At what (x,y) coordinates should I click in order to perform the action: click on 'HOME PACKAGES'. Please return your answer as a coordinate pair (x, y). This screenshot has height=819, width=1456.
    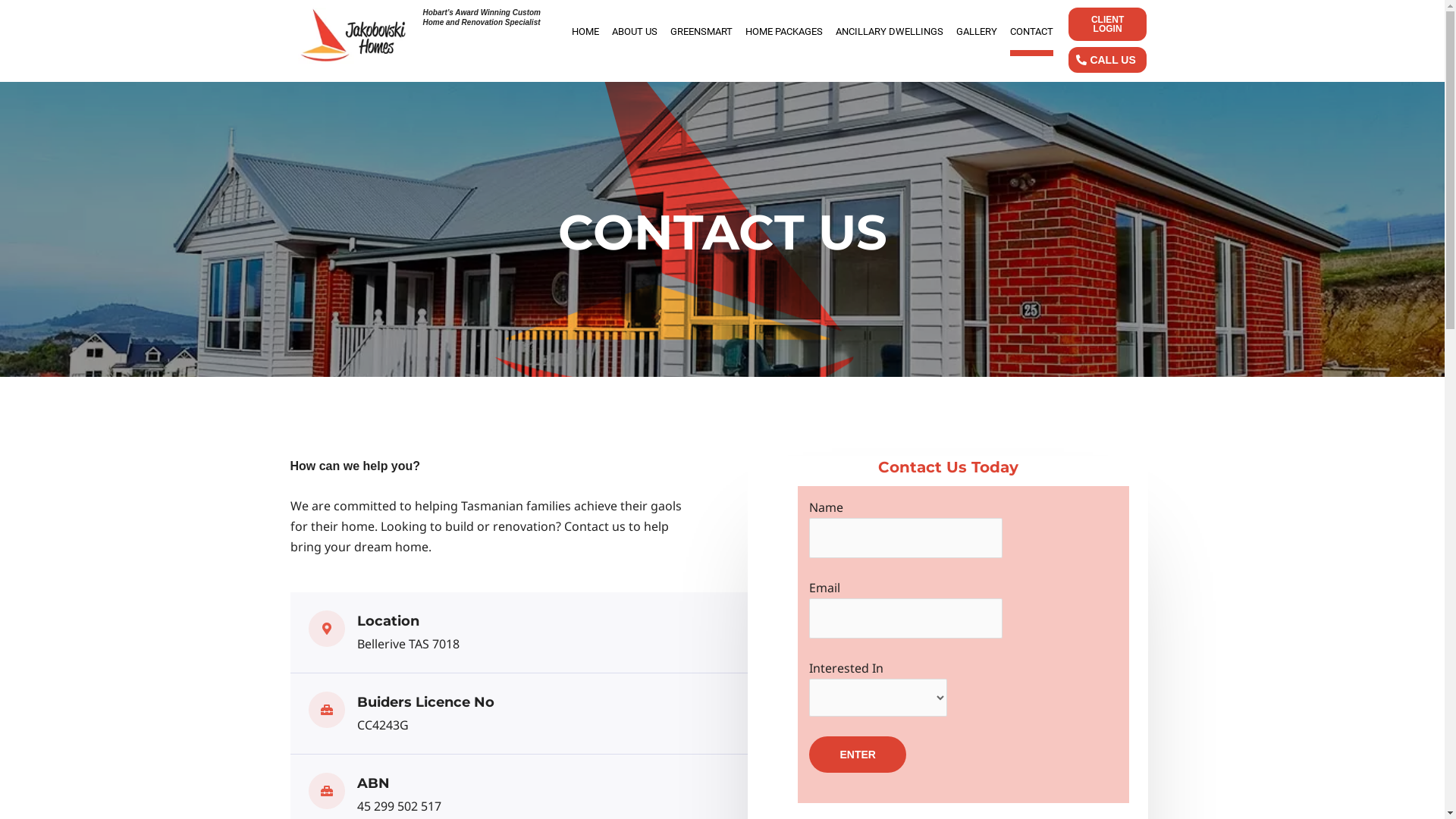
    Looking at the image, I should click on (783, 32).